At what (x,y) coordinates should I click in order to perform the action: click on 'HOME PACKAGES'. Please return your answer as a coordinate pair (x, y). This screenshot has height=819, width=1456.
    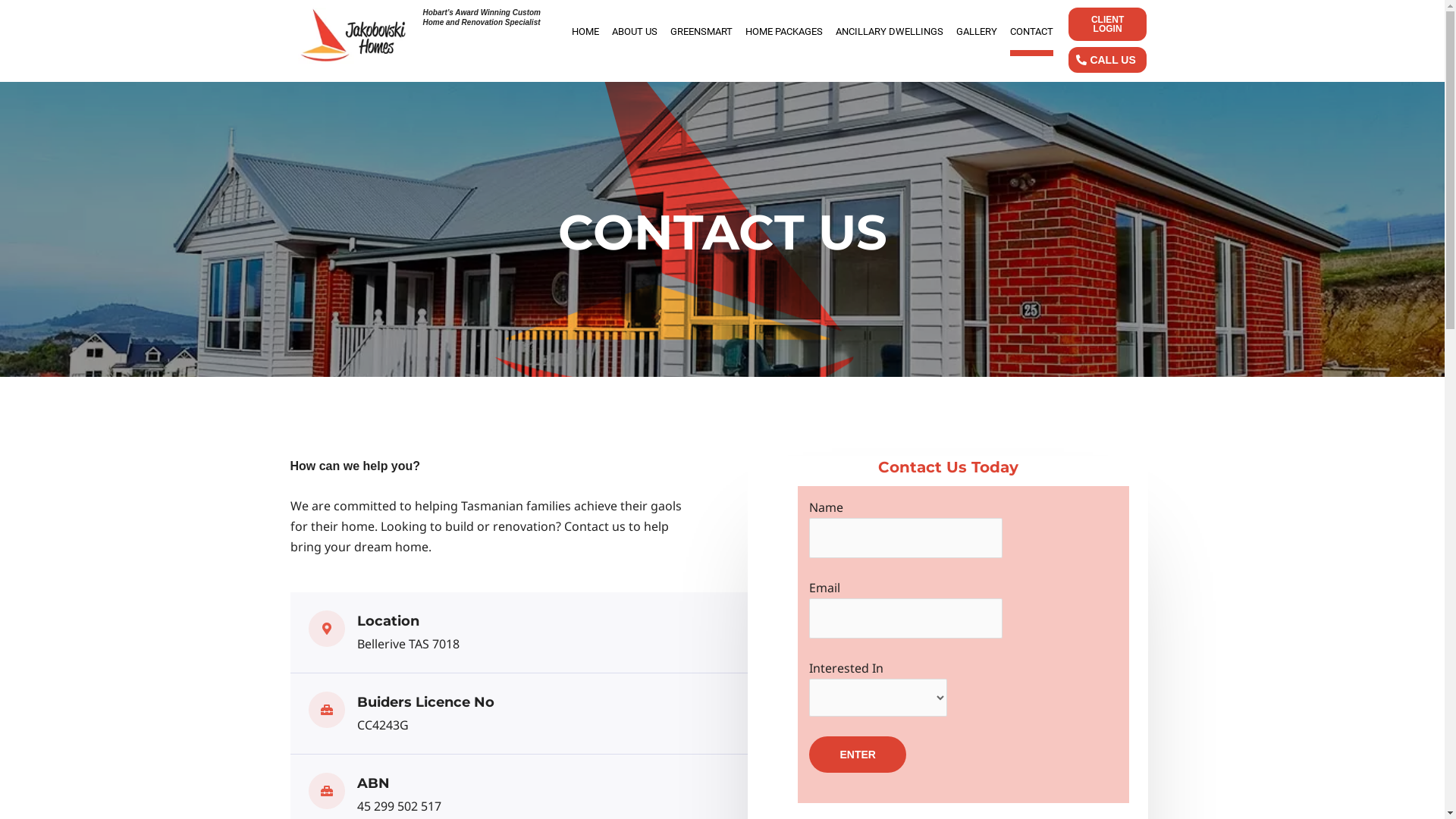
    Looking at the image, I should click on (783, 32).